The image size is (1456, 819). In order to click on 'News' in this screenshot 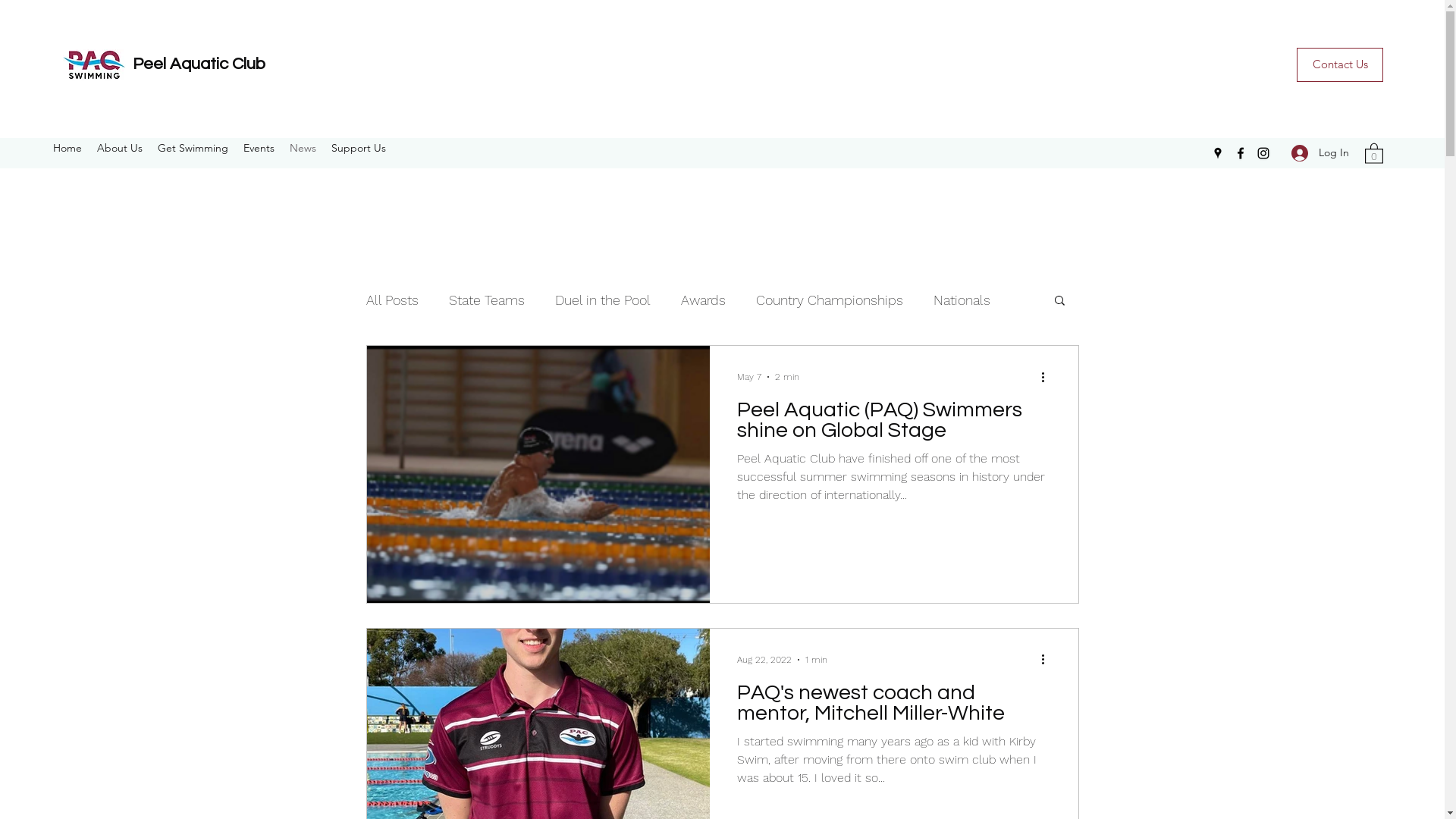, I will do `click(303, 148)`.